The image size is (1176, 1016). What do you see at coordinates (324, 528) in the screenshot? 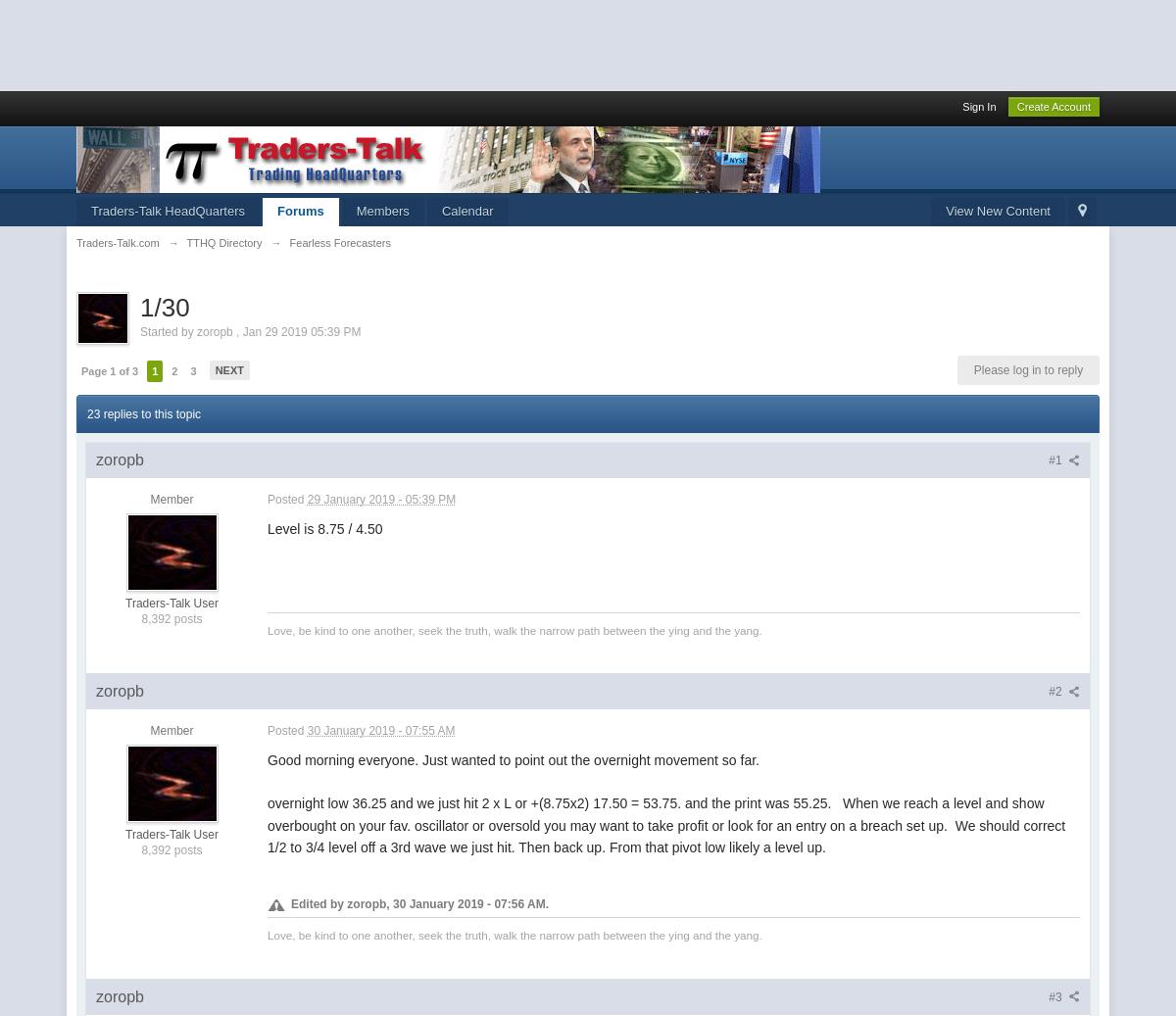
I see `'Level is 8.75 / 4.50'` at bounding box center [324, 528].